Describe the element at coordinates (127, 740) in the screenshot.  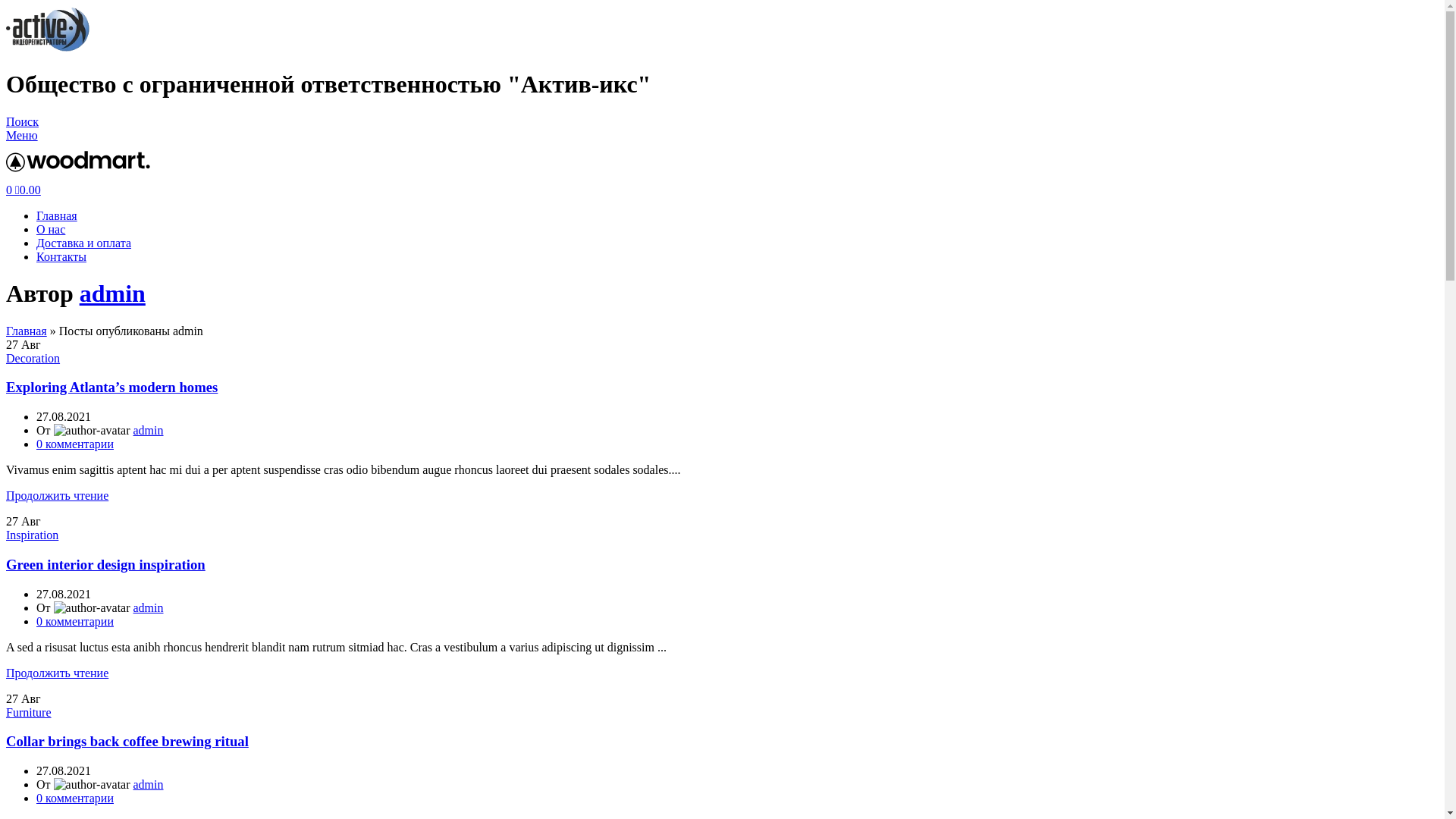
I see `'Collar brings back coffee brewing ritual'` at that location.